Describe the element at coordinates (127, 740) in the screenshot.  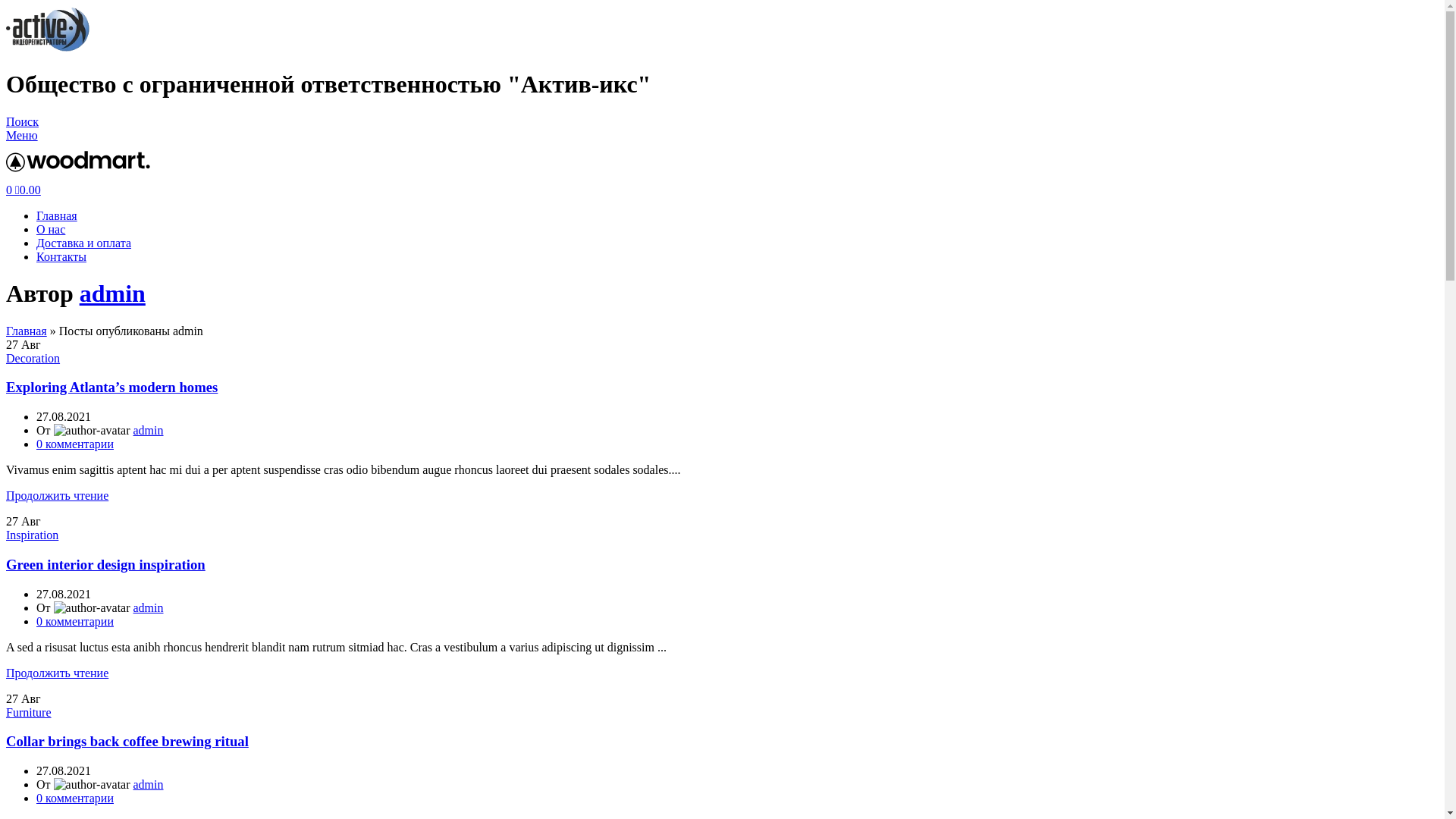
I see `'Collar brings back coffee brewing ritual'` at that location.